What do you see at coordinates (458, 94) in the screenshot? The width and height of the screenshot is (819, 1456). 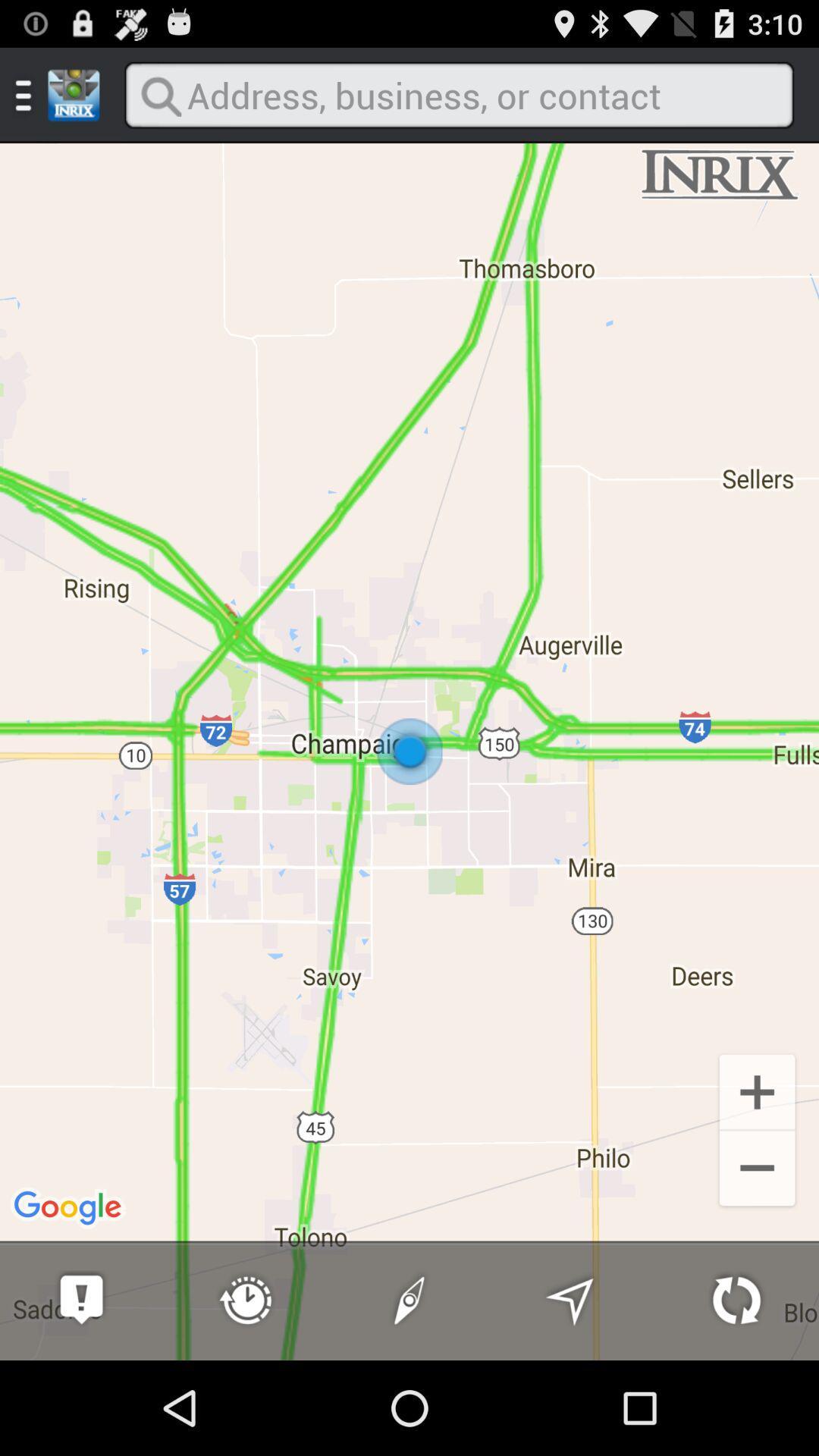 I see `search` at bounding box center [458, 94].